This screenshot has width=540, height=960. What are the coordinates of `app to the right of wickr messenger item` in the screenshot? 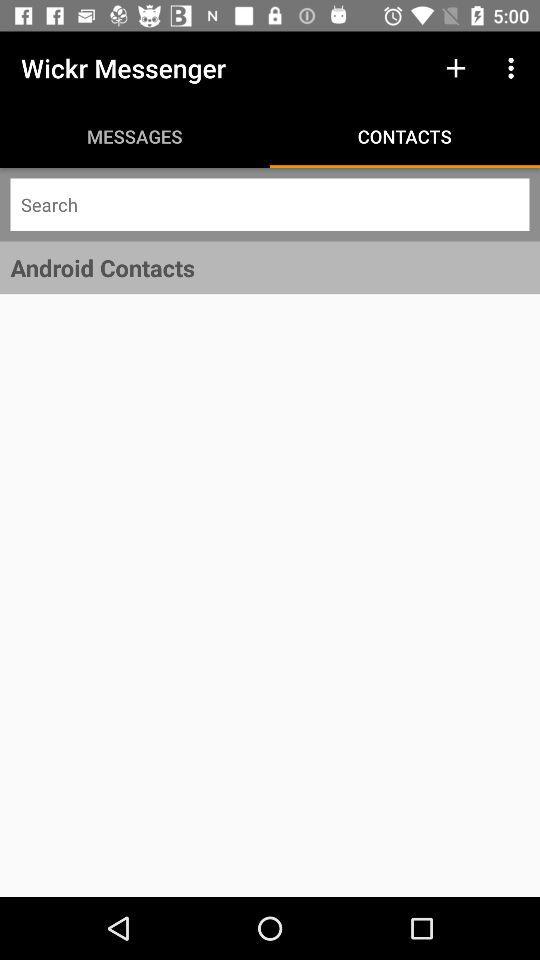 It's located at (455, 68).